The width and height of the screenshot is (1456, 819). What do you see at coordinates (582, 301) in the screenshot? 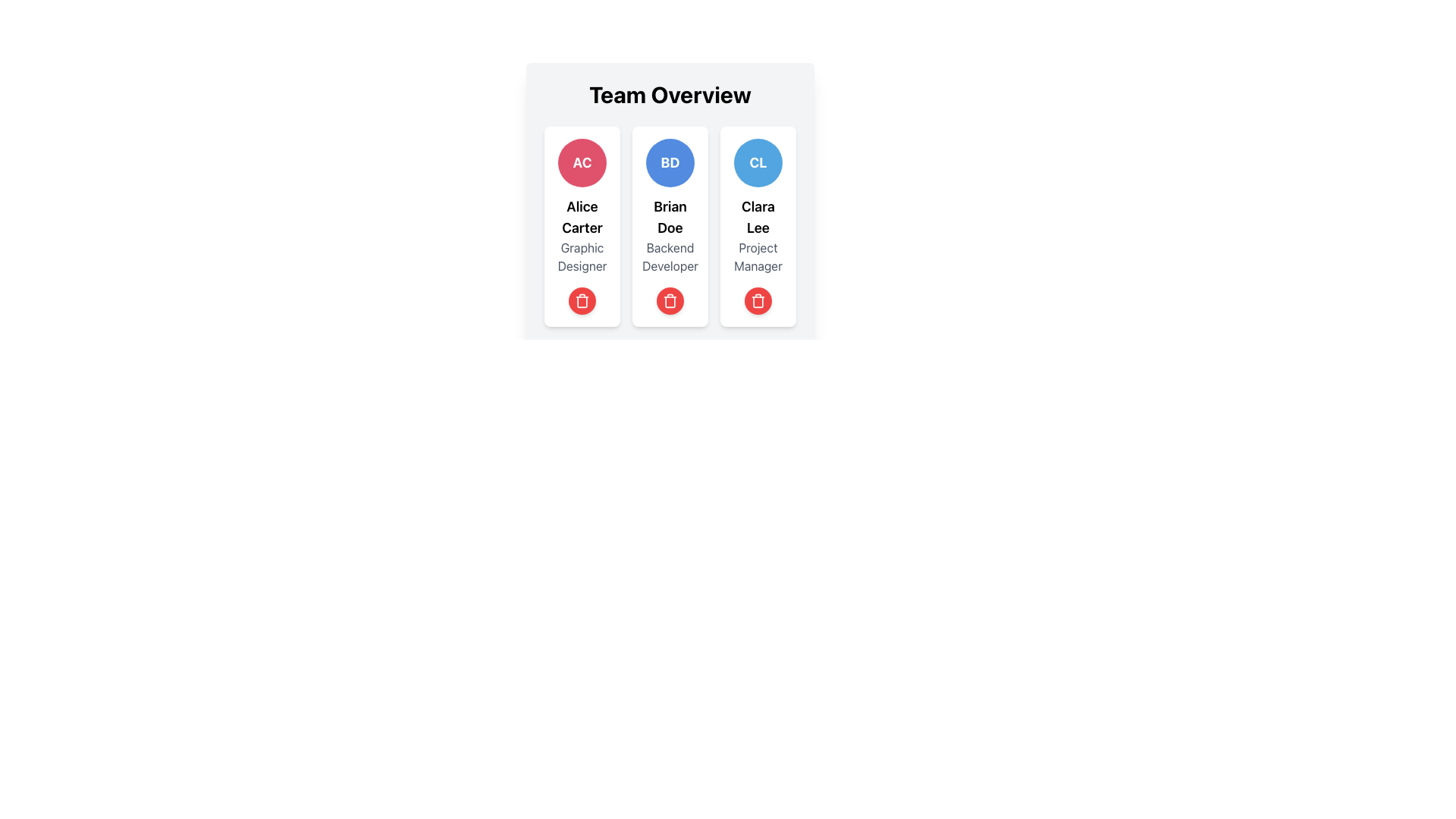
I see `the circular icon button with a red background and a white trash bin icon located at the bottom of Alice Carter's profile card` at bounding box center [582, 301].